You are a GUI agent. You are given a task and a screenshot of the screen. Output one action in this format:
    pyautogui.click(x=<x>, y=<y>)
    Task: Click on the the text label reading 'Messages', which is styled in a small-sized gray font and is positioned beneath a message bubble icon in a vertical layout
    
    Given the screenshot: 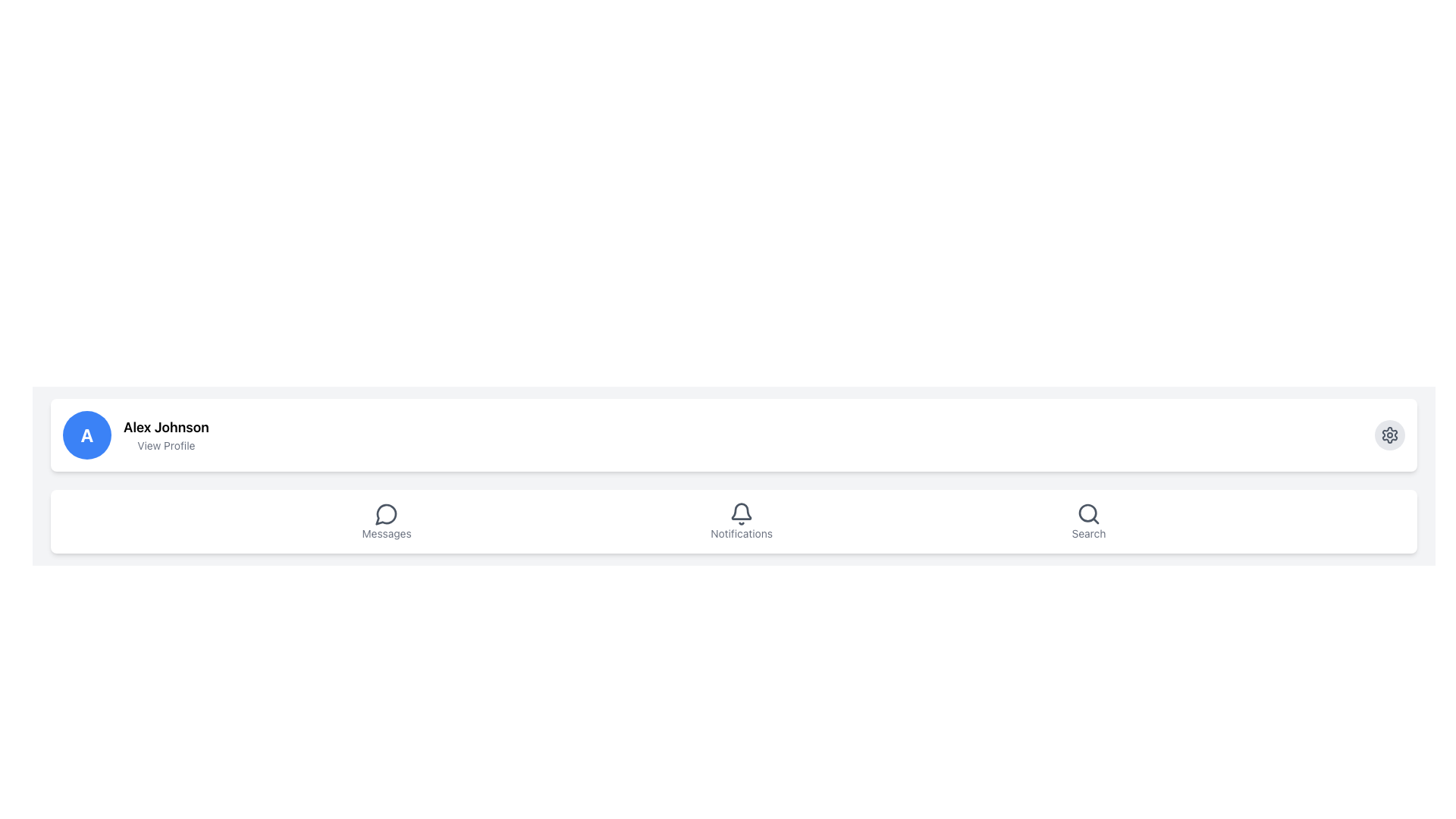 What is the action you would take?
    pyautogui.click(x=387, y=533)
    